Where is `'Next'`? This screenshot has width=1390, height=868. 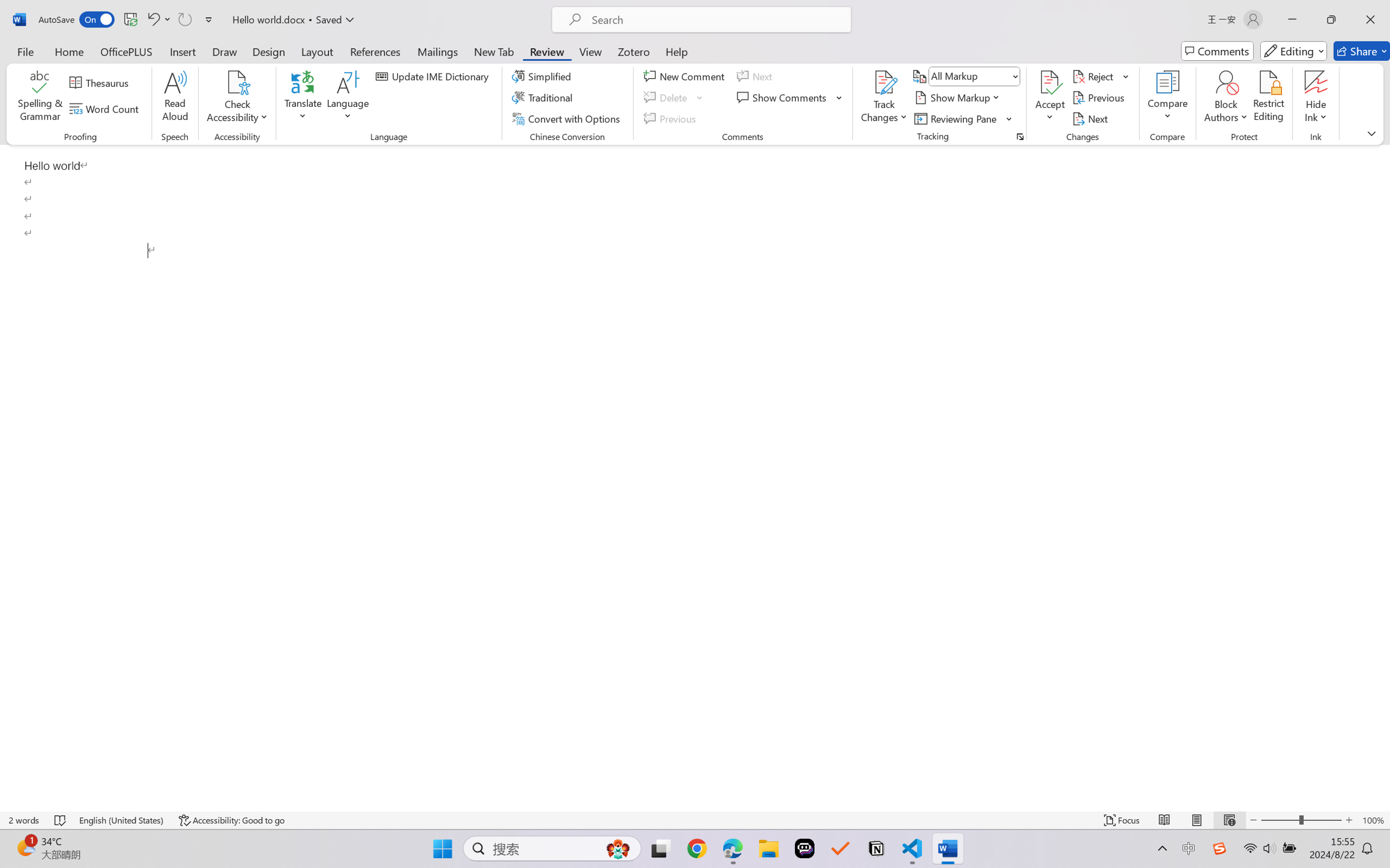
'Next' is located at coordinates (1091, 119).